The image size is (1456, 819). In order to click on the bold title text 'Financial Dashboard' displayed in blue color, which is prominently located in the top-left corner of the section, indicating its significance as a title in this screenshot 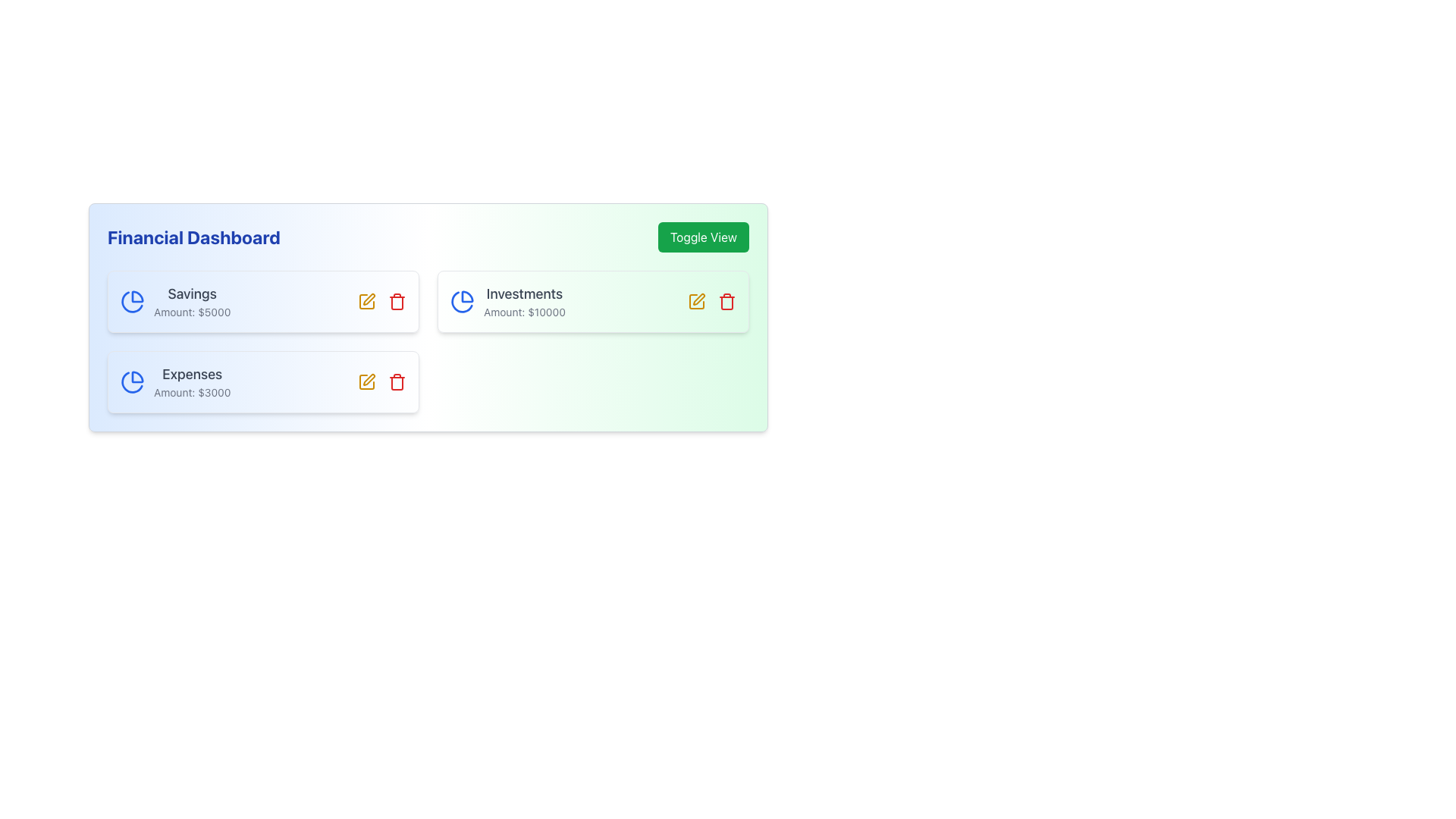, I will do `click(193, 237)`.